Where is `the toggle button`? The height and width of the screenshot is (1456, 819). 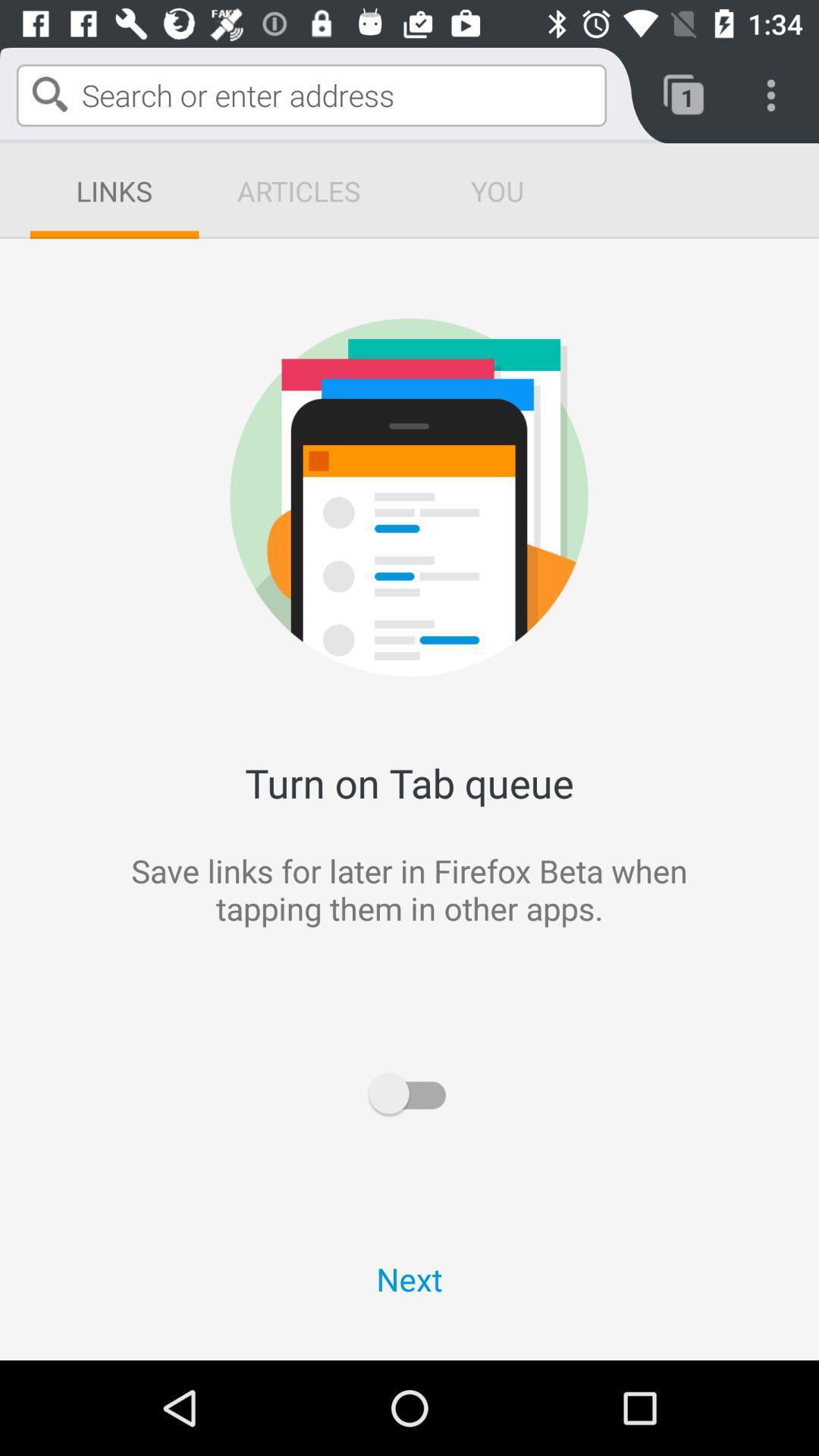
the toggle button is located at coordinates (409, 1094).